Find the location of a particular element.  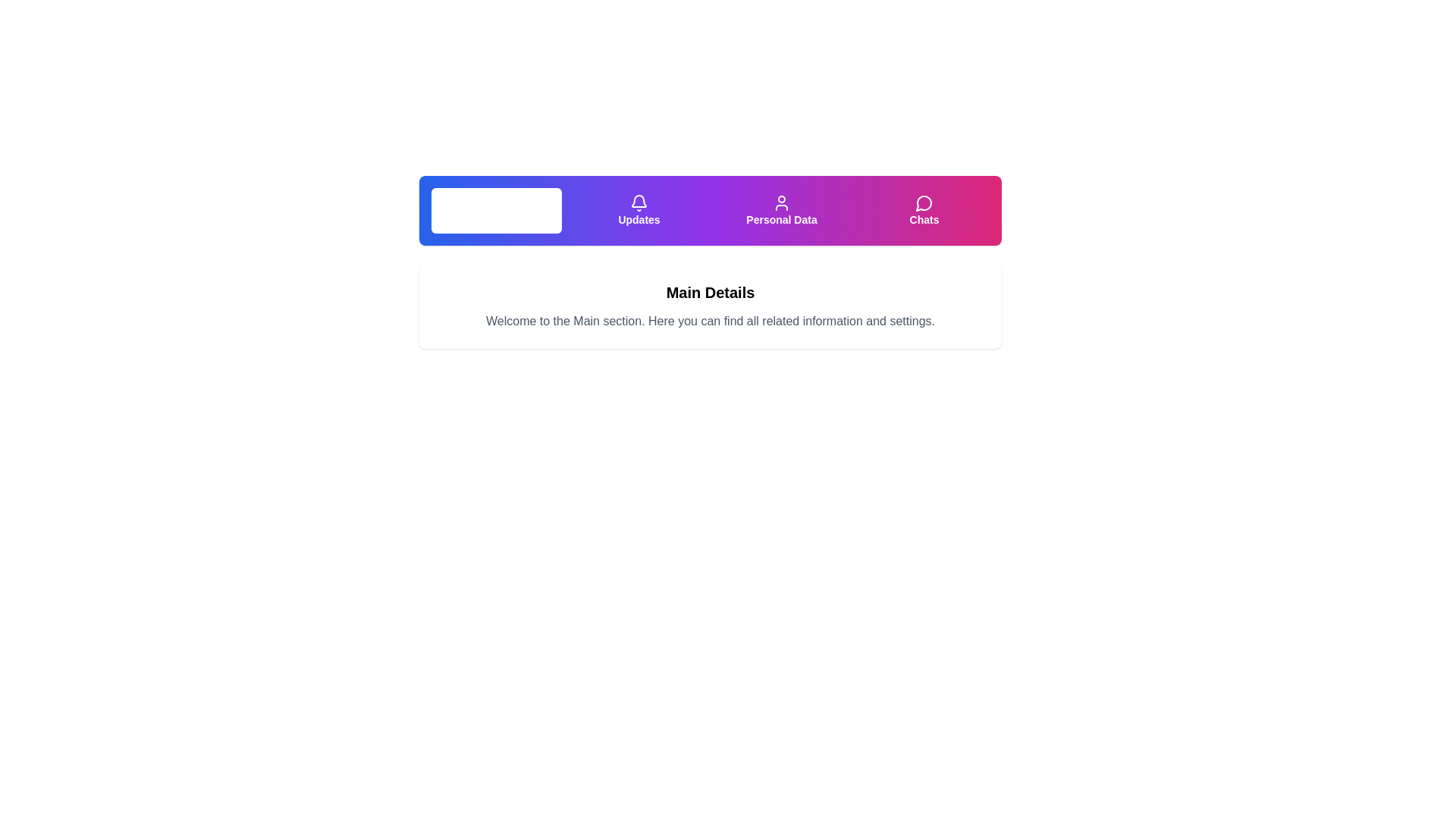

the third button in a row of four, positioned between 'Updates' and 'Chats', to trigger visual feedback is located at coordinates (782, 210).